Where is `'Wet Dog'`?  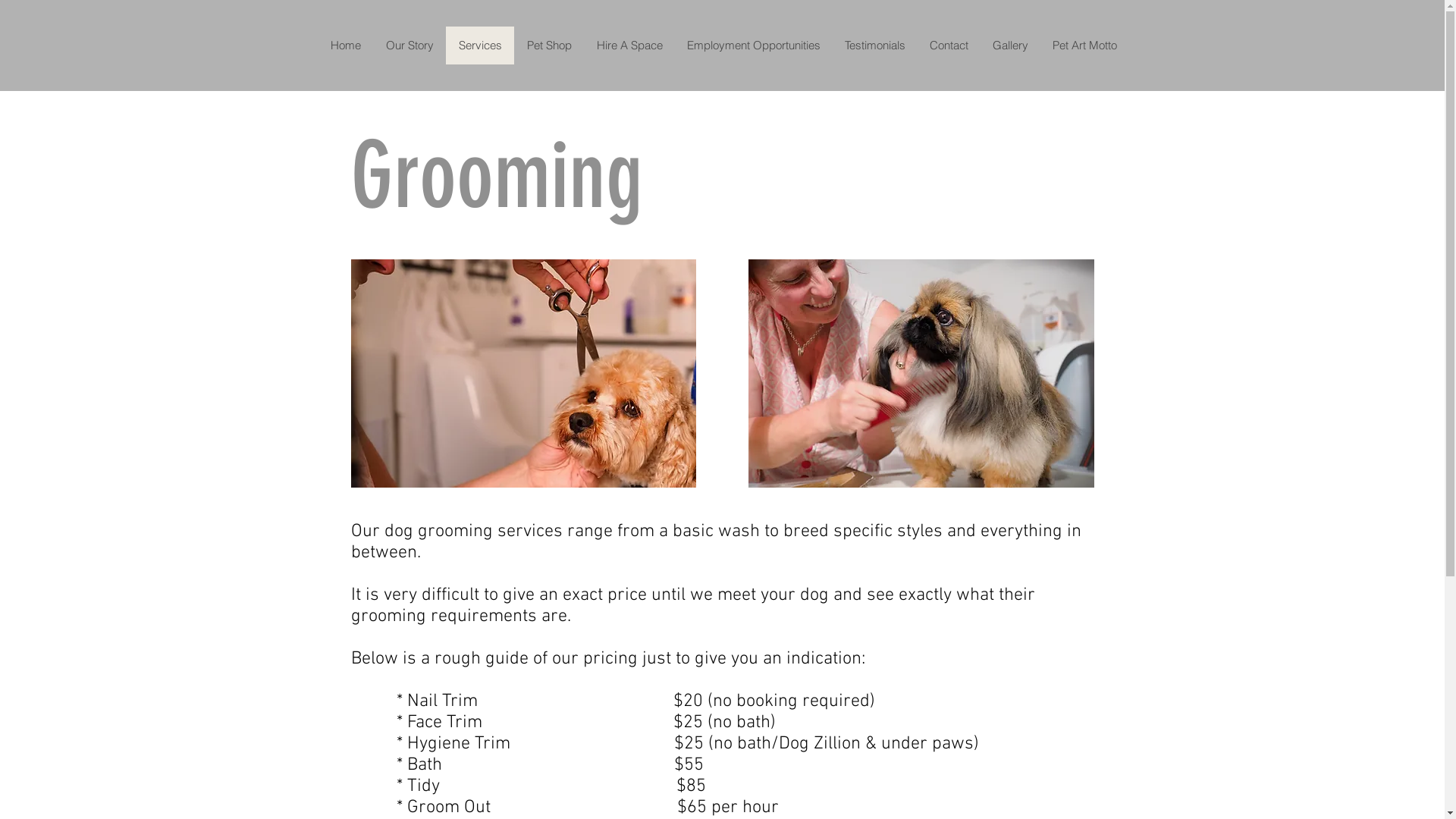 'Wet Dog' is located at coordinates (920, 373).